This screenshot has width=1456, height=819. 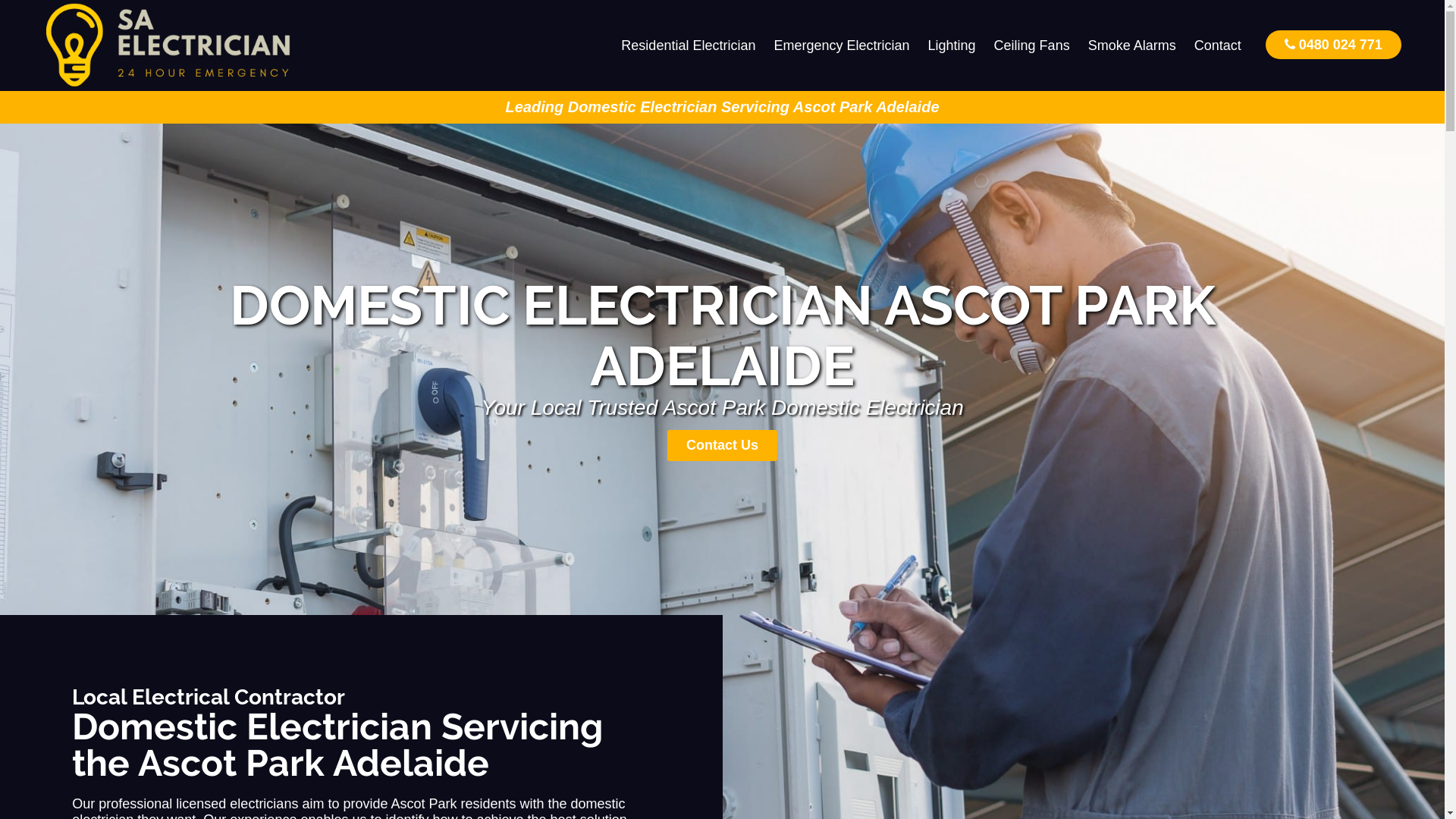 What do you see at coordinates (764, 45) in the screenshot?
I see `'Emergency Electrician'` at bounding box center [764, 45].